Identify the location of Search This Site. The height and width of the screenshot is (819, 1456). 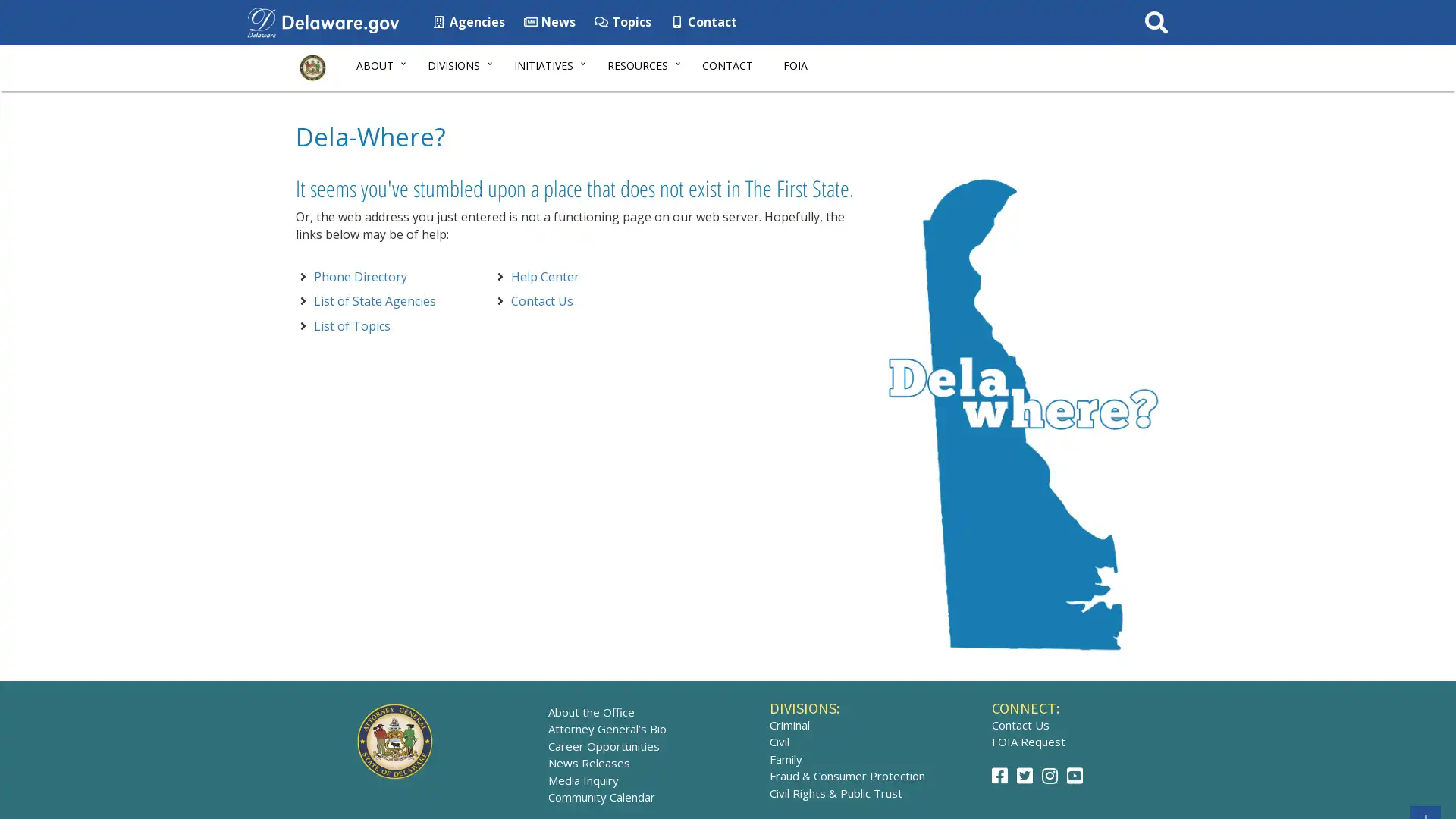
(1155, 24).